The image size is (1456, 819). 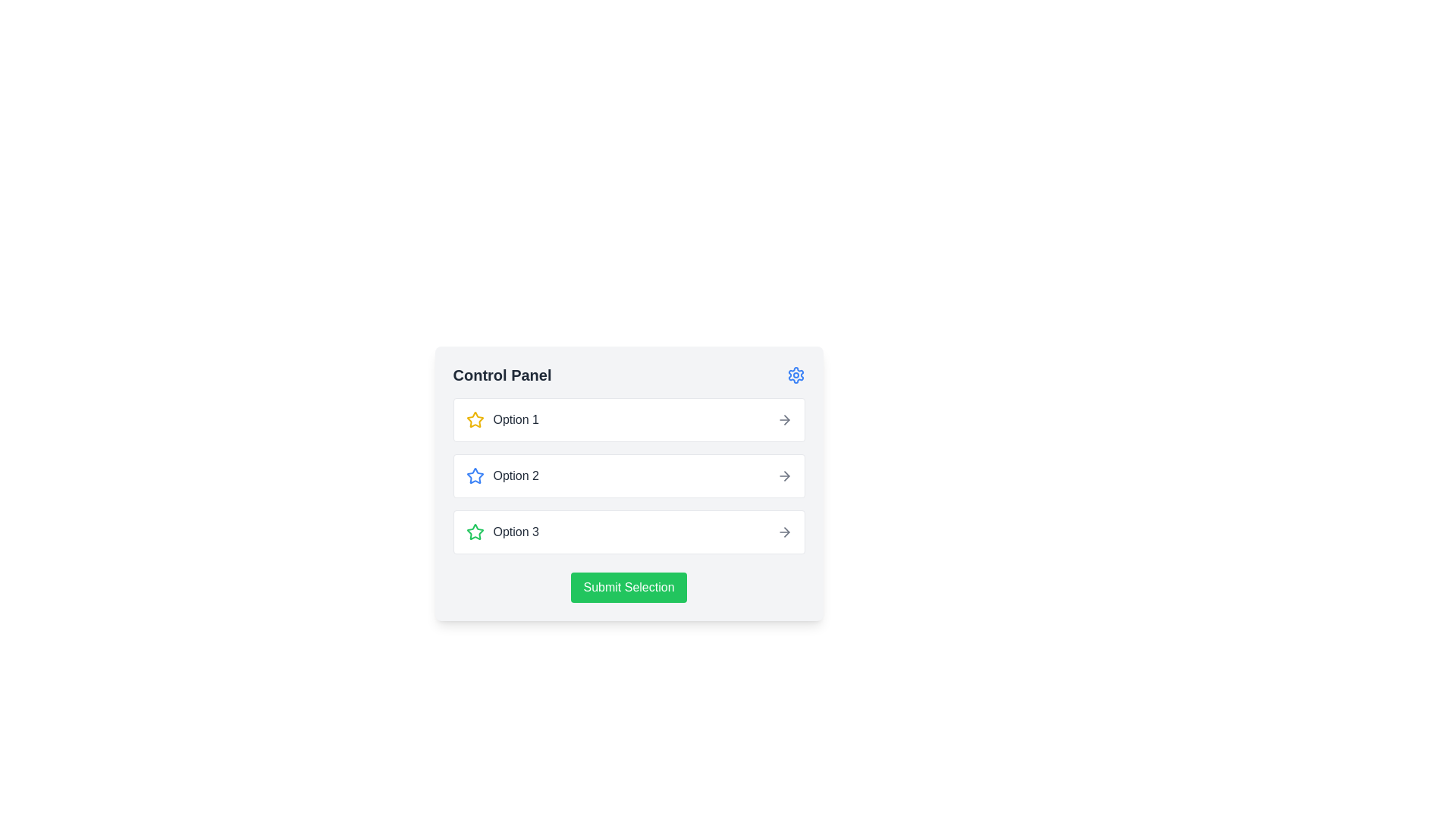 I want to click on the right-pointing arrow icon located in the third option row (Option 3), so click(x=786, y=532).